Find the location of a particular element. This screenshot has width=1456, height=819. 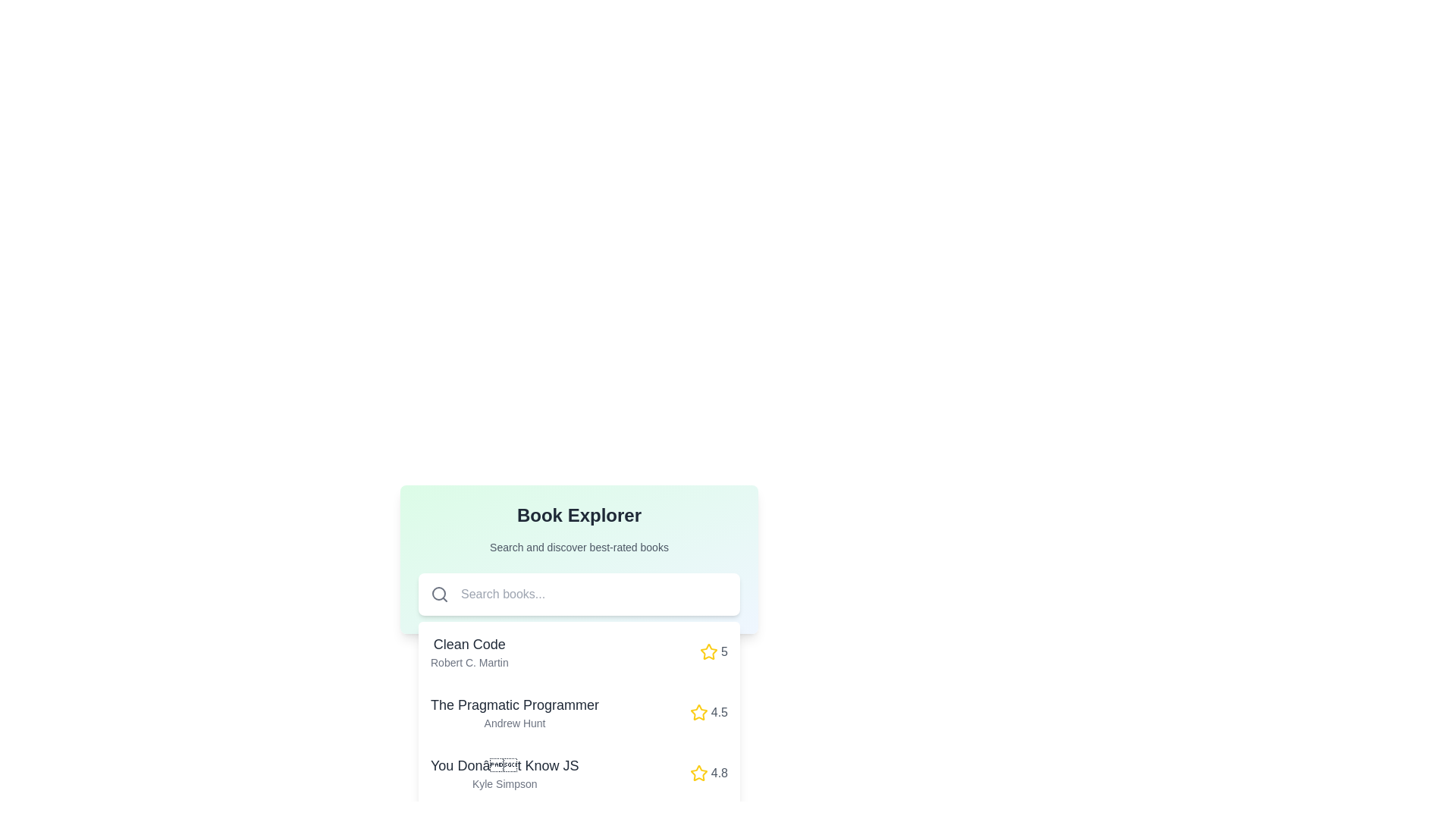

'Clean Code' title and 'Robert C. Martin' author text displayed in the first book entry of the 'Book Explorer' section is located at coordinates (469, 651).